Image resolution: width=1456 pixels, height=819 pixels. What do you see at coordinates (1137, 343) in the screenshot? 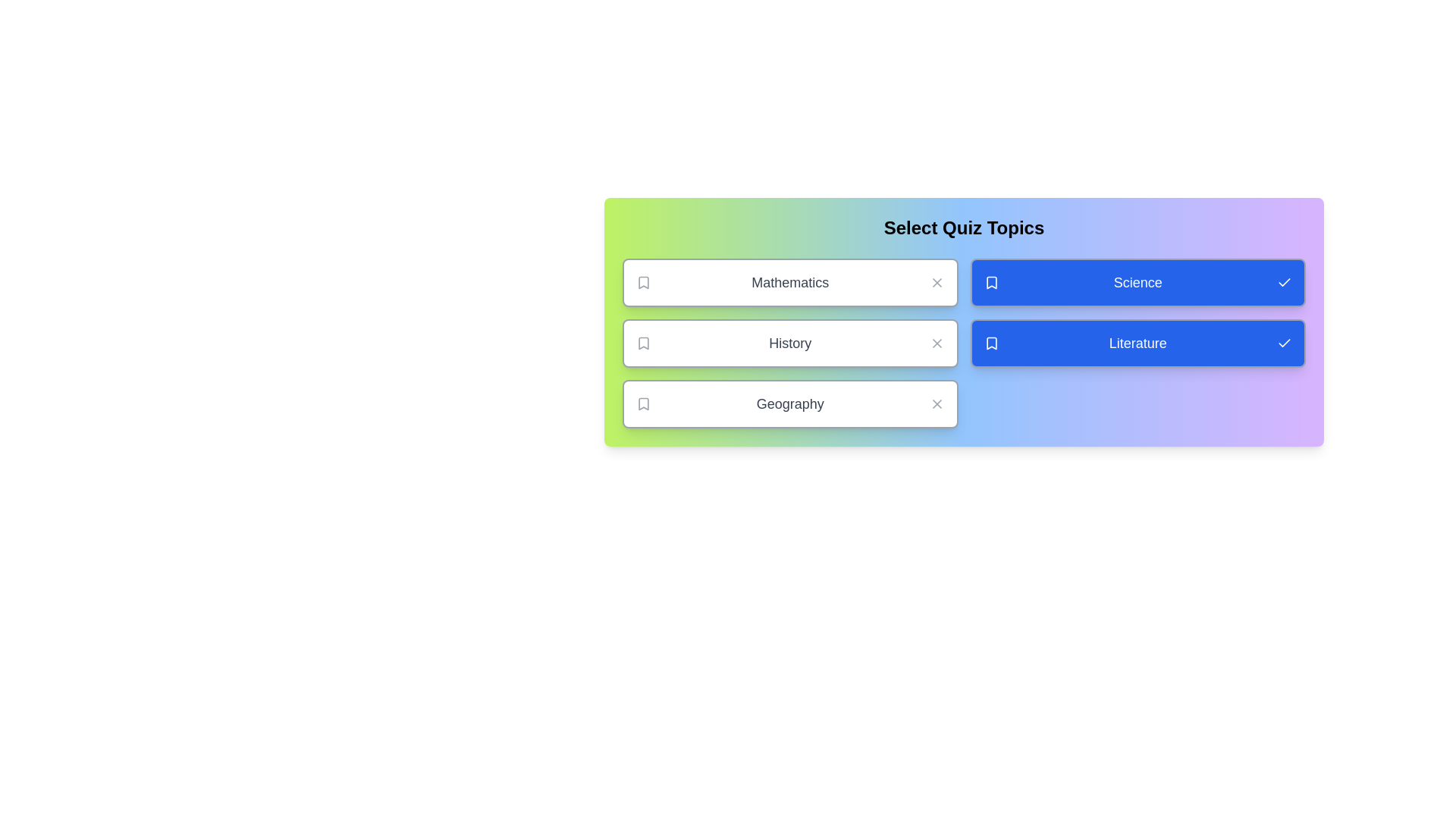
I see `the topic Literature by clicking on its card` at bounding box center [1137, 343].